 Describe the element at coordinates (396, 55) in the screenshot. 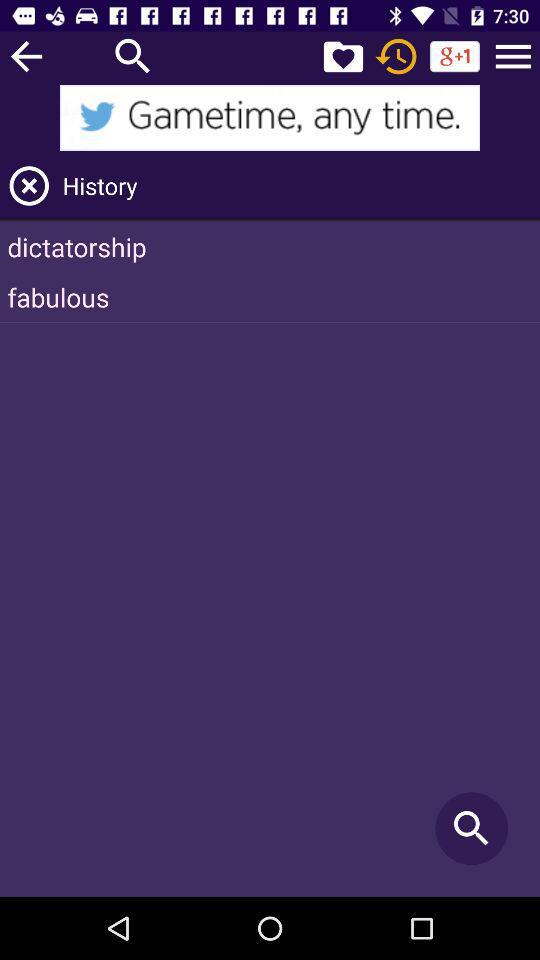

I see `recents` at that location.